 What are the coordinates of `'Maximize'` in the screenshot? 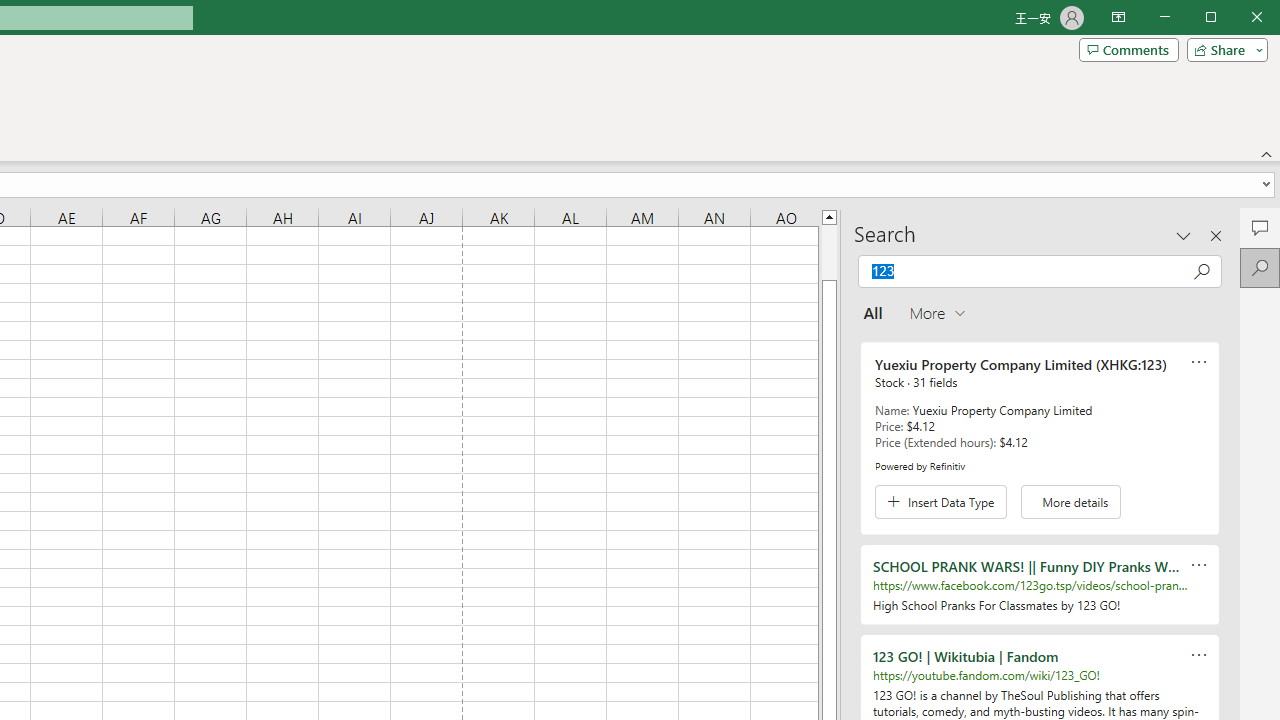 It's located at (1238, 19).